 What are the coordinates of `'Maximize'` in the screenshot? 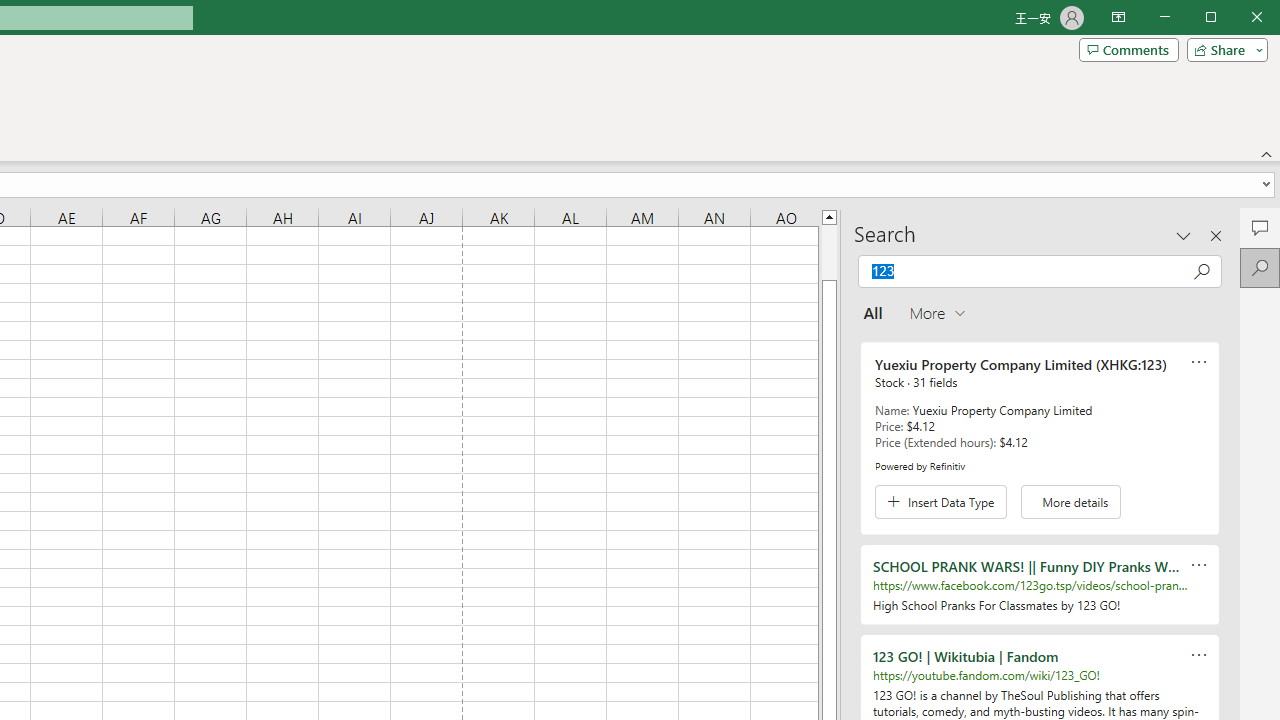 It's located at (1238, 19).